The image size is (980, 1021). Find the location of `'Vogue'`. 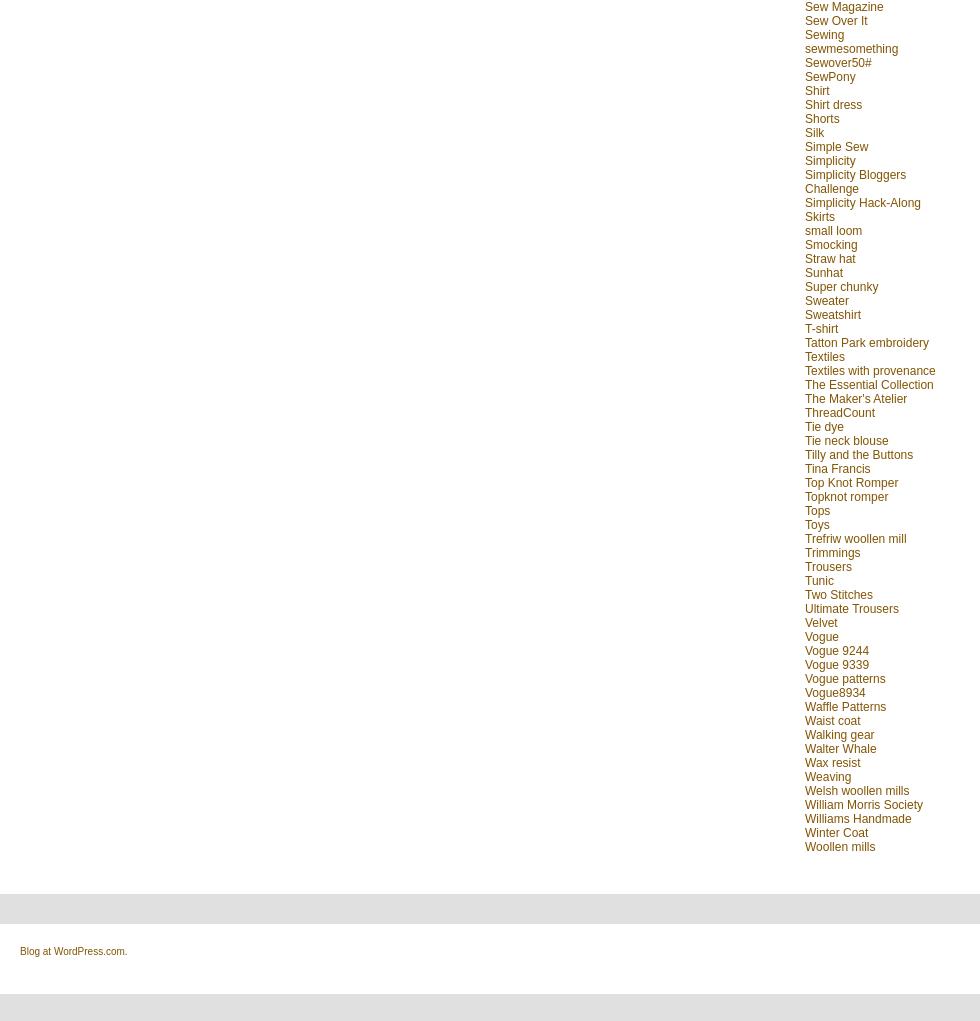

'Vogue' is located at coordinates (822, 634).